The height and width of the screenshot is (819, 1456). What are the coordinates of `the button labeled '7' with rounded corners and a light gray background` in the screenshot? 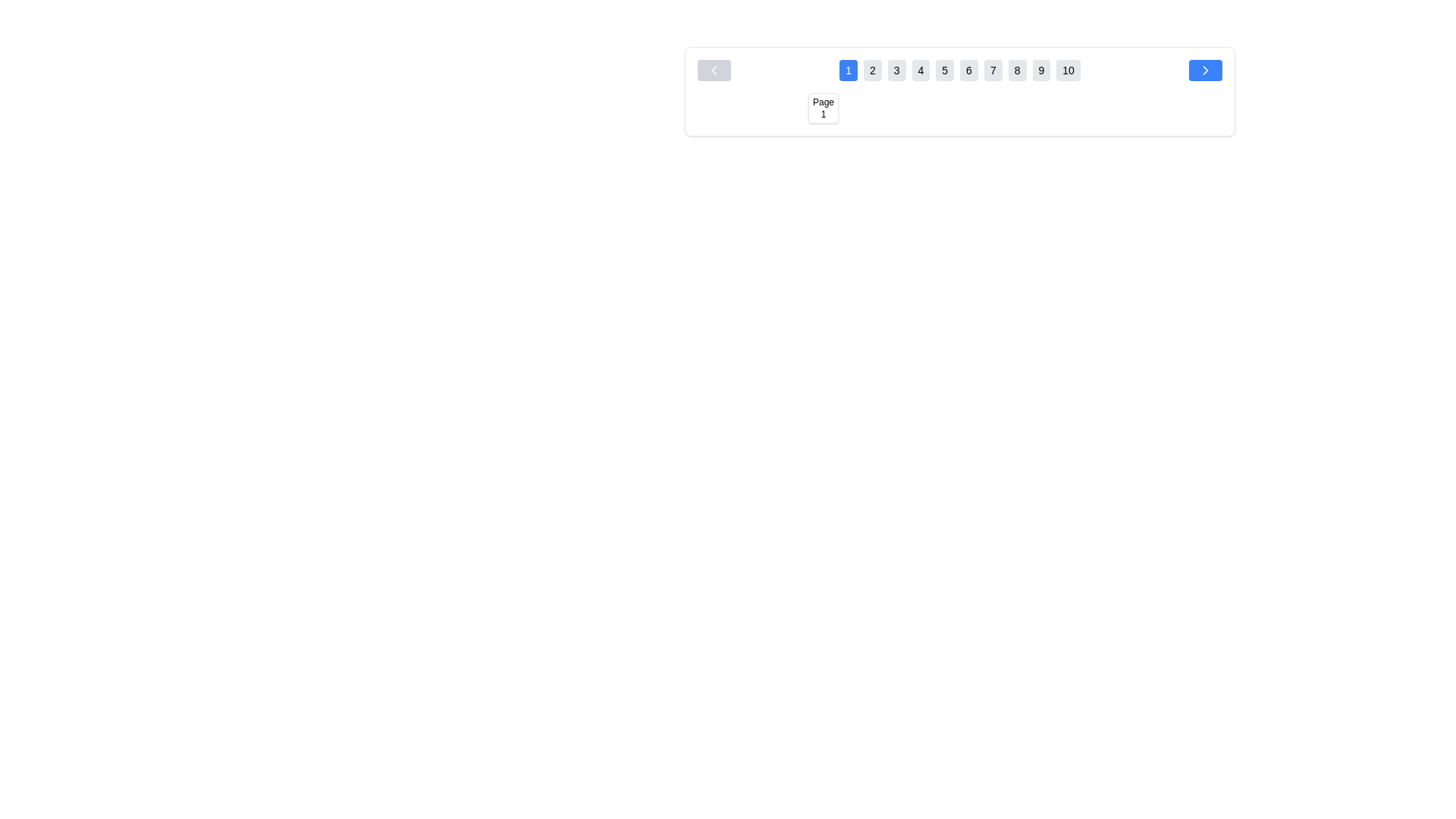 It's located at (993, 70).